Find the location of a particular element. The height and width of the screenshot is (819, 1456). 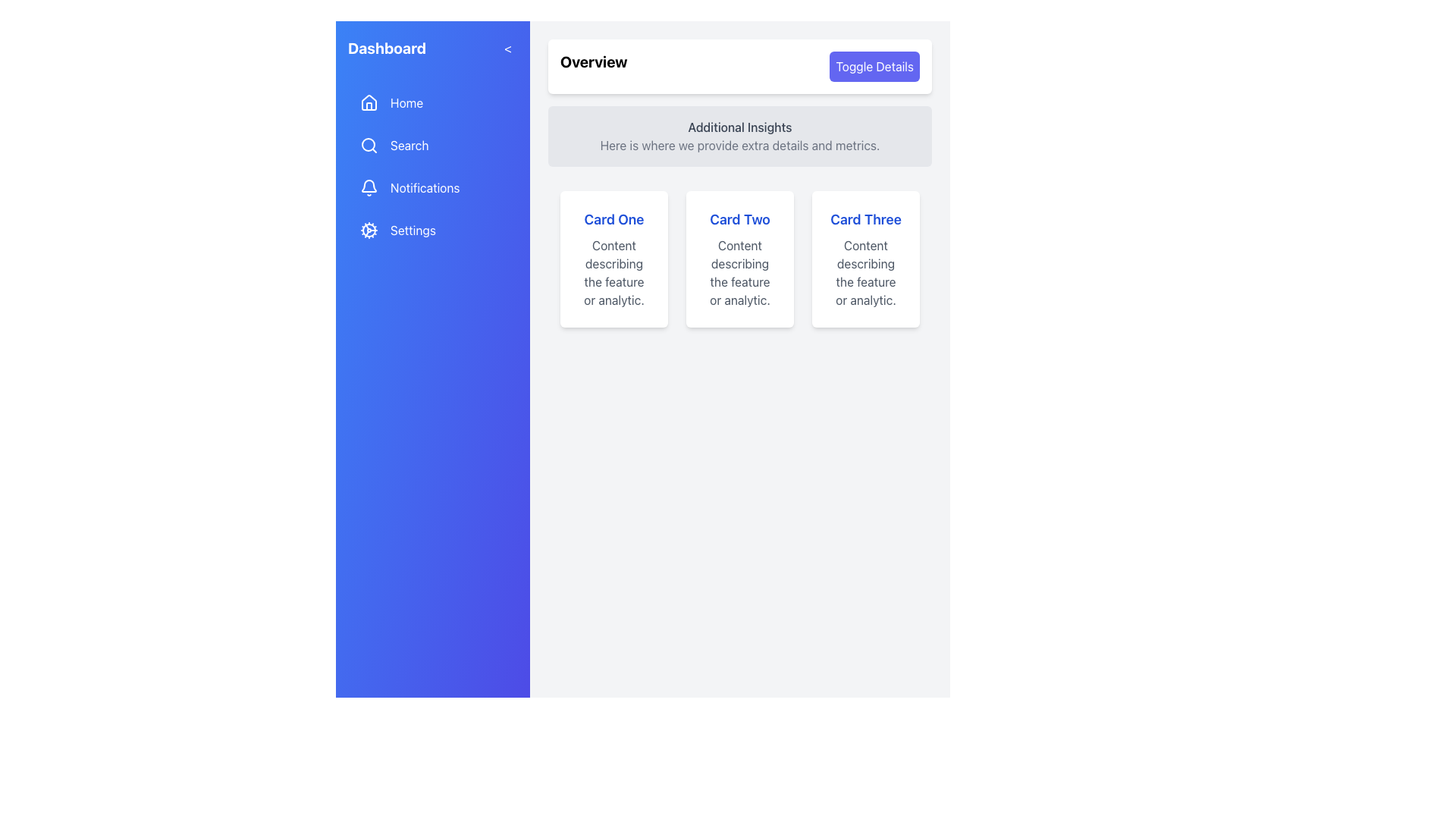

the rectangular button with a solid indigo background and white text labeled 'Toggle Details' is located at coordinates (874, 66).